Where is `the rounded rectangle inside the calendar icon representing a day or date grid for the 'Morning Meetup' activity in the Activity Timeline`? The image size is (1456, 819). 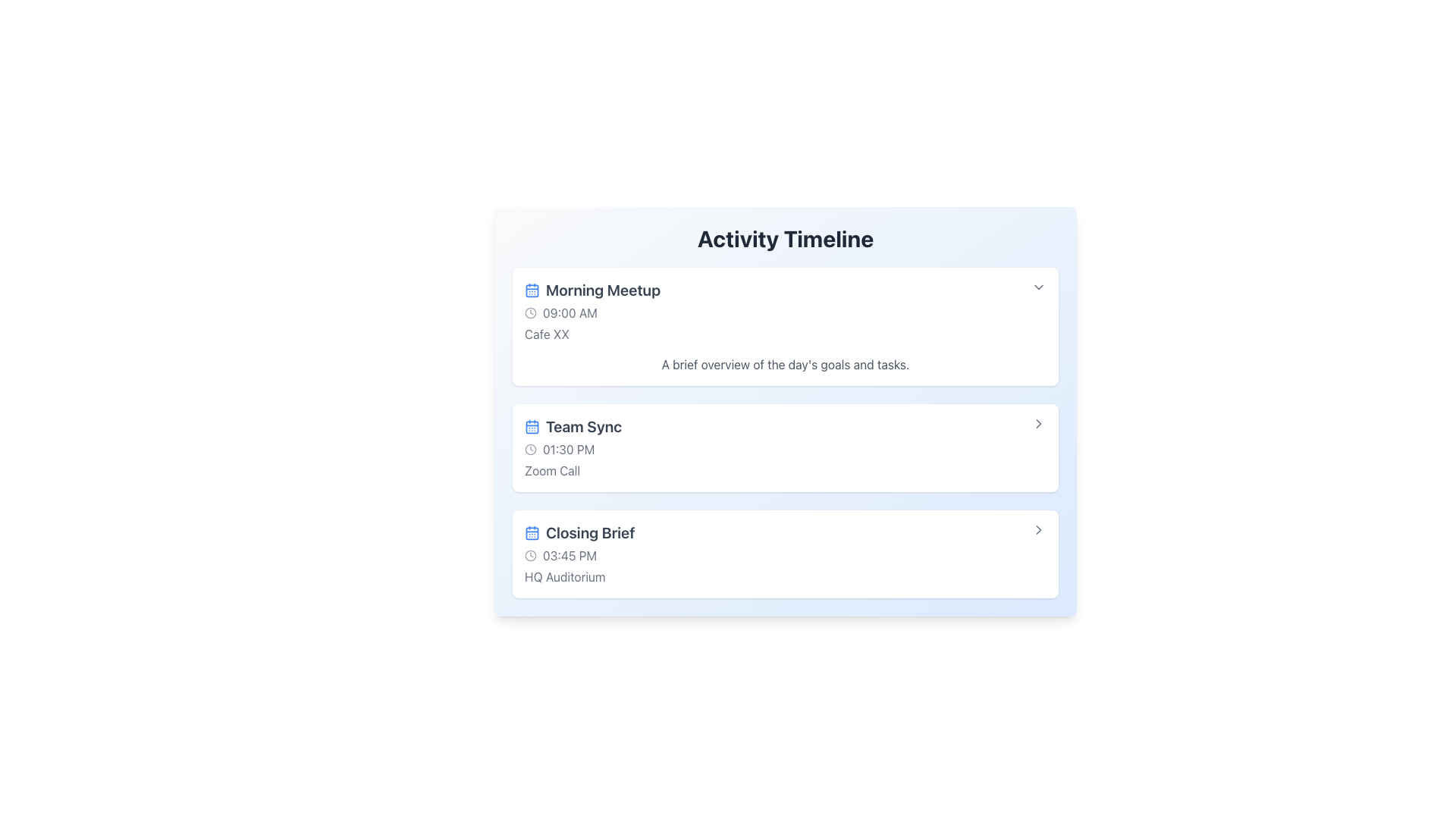 the rounded rectangle inside the calendar icon representing a day or date grid for the 'Morning Meetup' activity in the Activity Timeline is located at coordinates (532, 427).